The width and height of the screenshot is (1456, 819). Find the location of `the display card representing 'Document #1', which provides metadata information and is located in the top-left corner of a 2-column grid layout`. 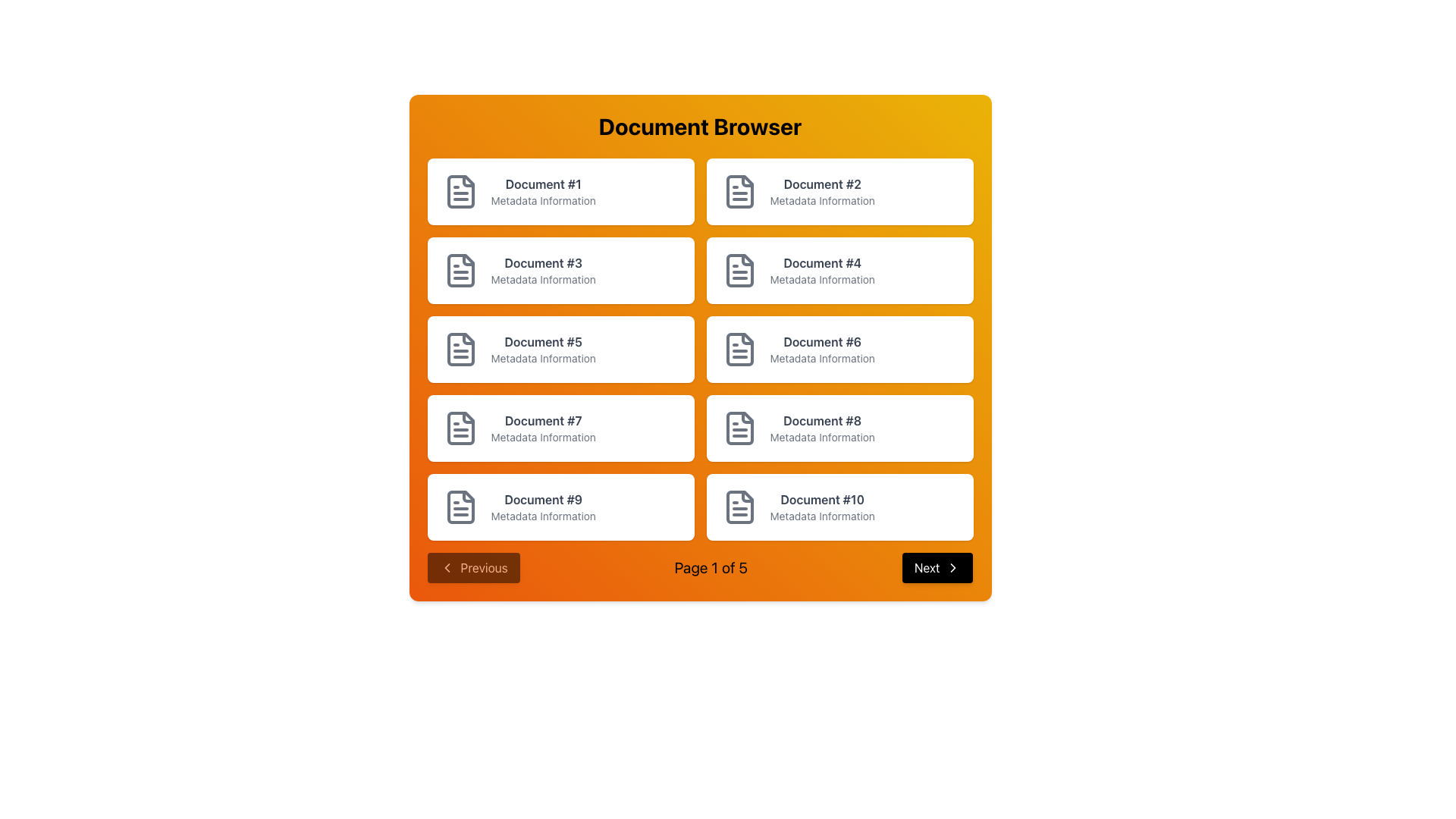

the display card representing 'Document #1', which provides metadata information and is located in the top-left corner of a 2-column grid layout is located at coordinates (560, 191).